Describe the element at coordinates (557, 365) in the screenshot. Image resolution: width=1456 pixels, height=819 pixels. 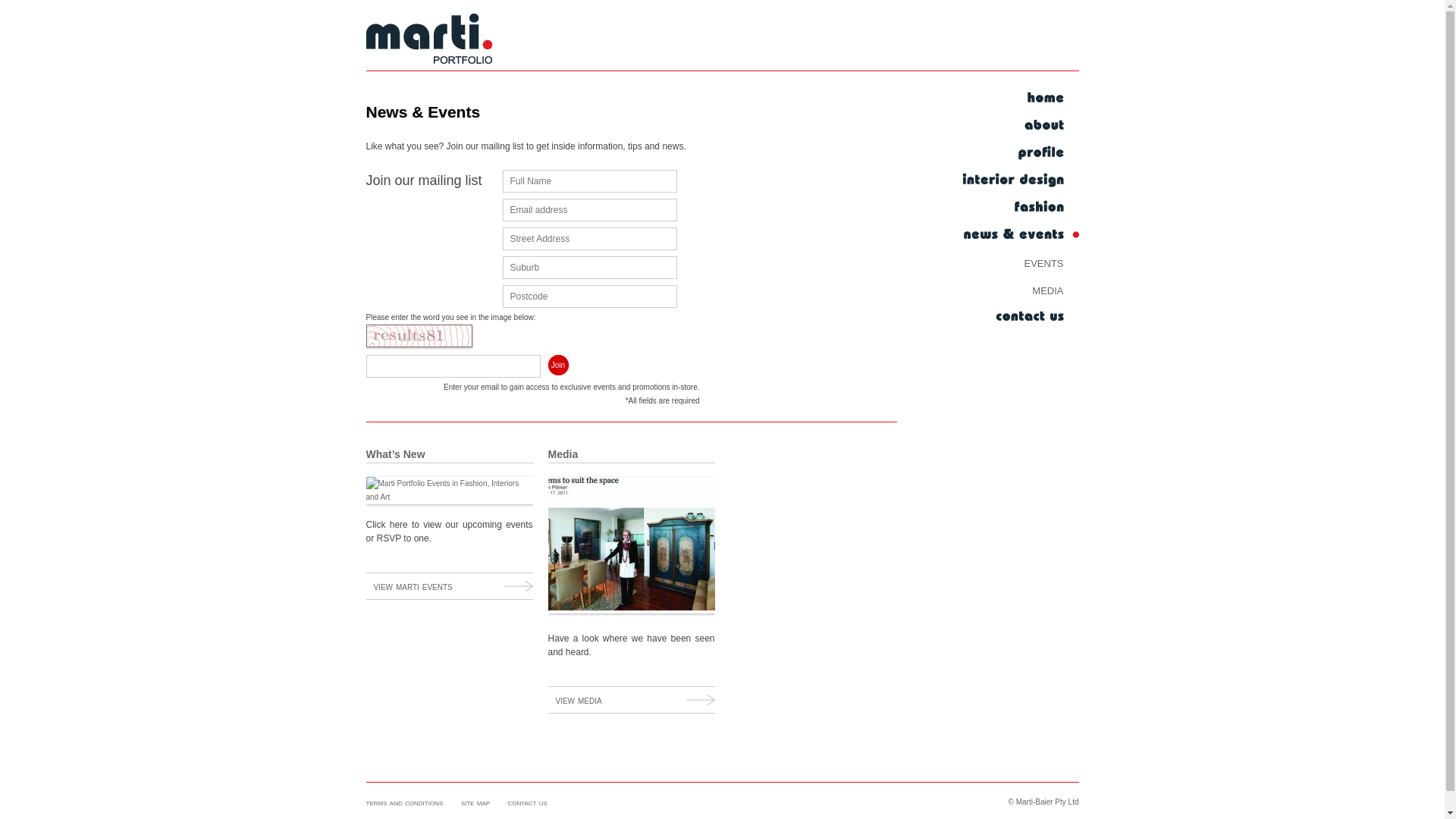
I see `'Join'` at that location.